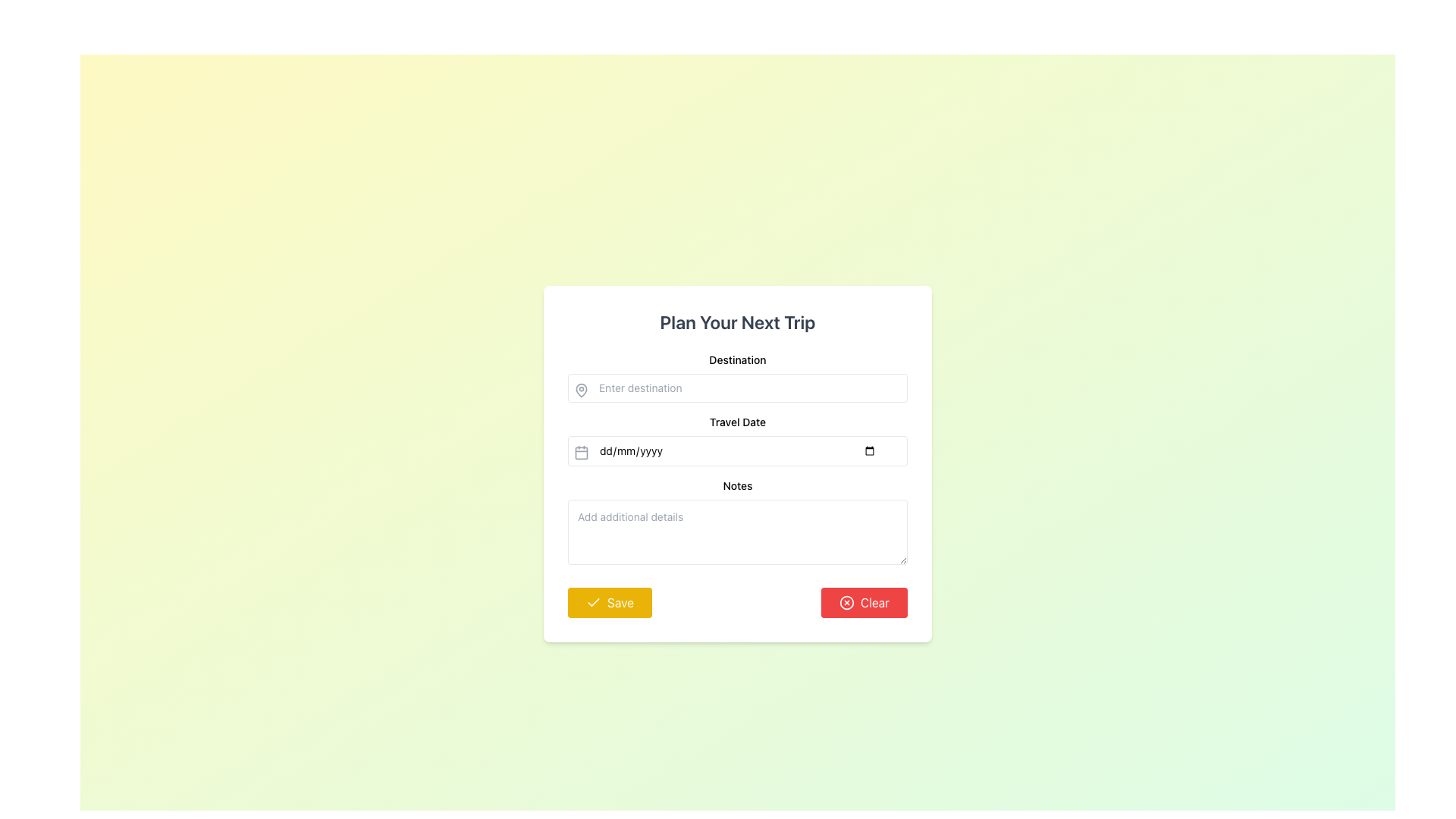 The image size is (1456, 819). What do you see at coordinates (864, 601) in the screenshot?
I see `the 'Clear' button located at the bottom-right corner of the form interface to clear the form` at bounding box center [864, 601].